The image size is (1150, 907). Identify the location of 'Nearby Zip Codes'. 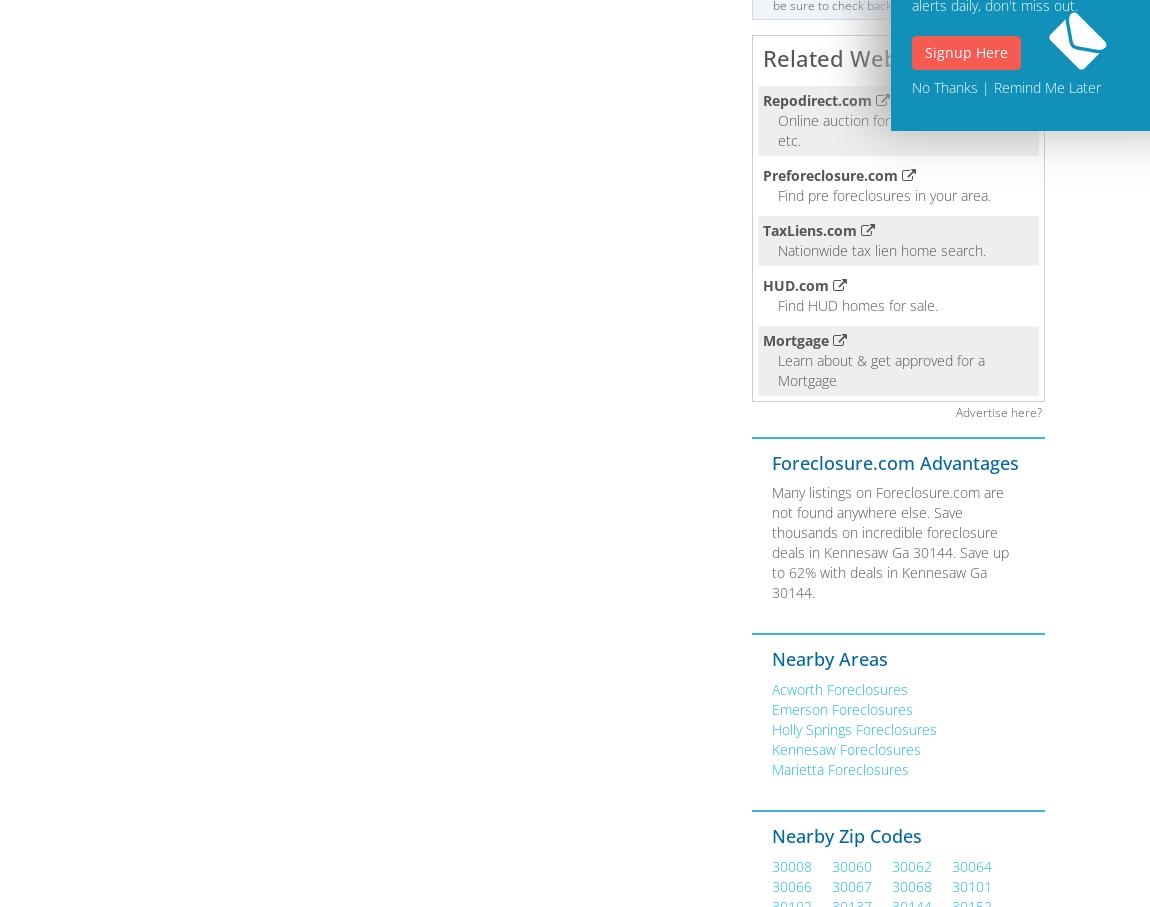
(845, 834).